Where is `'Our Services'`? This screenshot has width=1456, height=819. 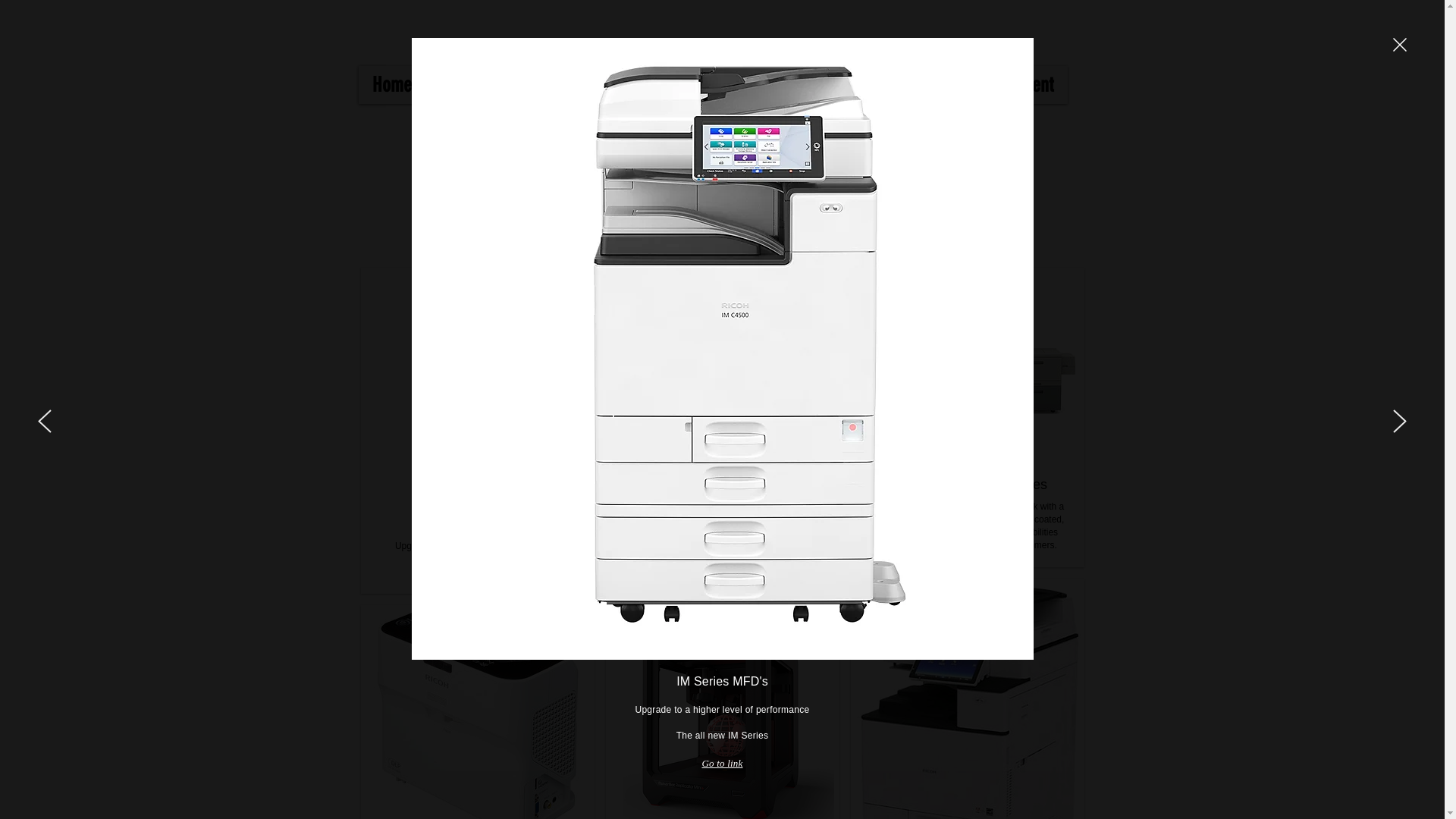
'Our Services' is located at coordinates (607, 84).